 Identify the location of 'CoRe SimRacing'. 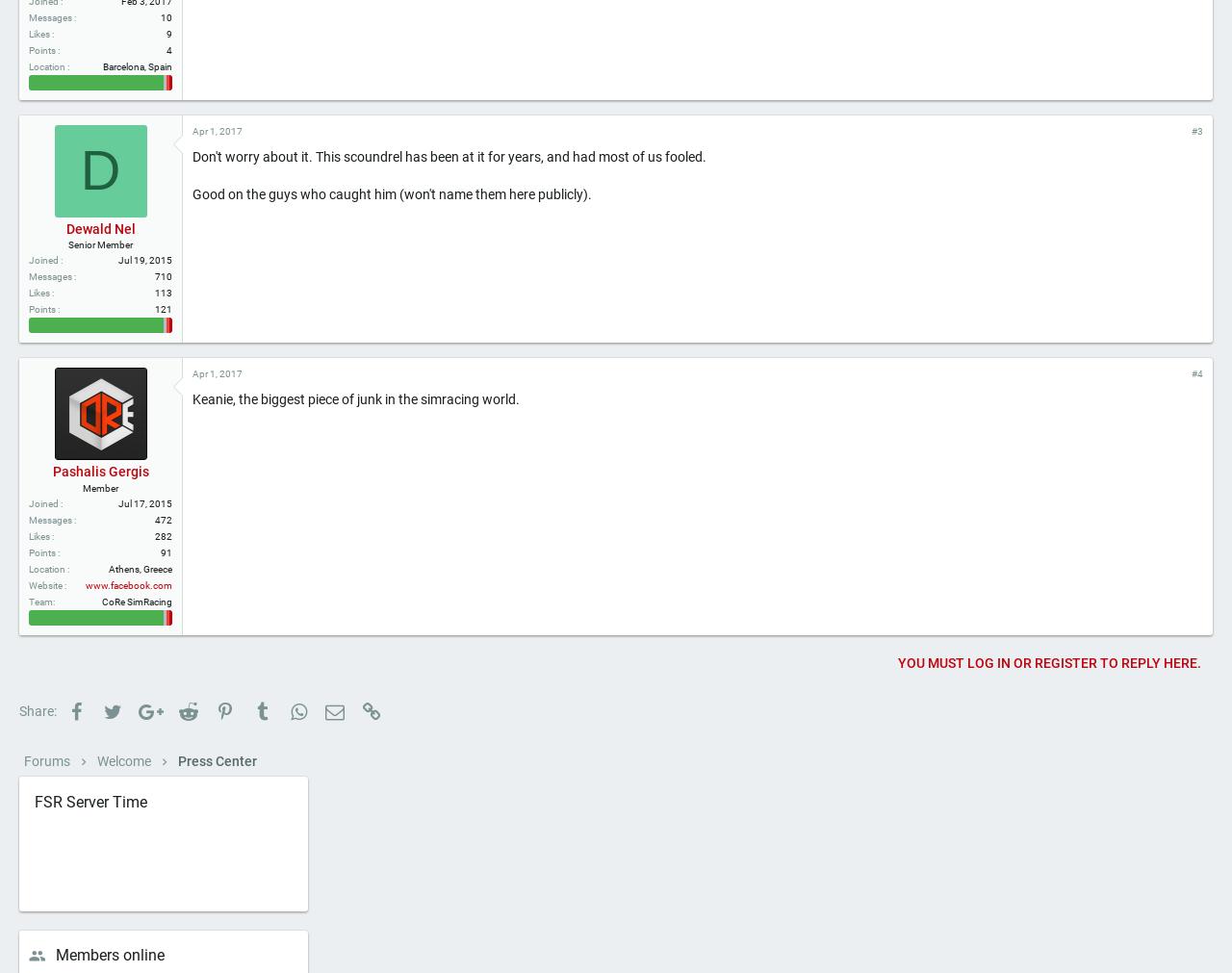
(136, 665).